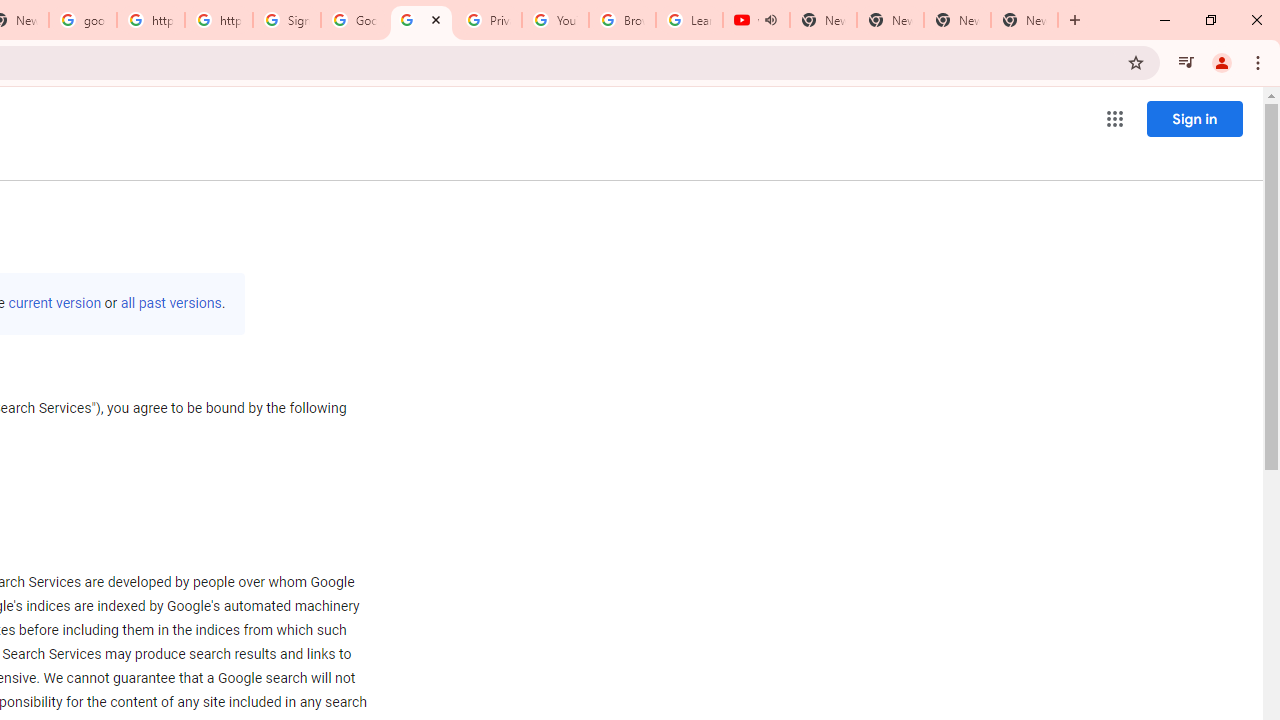 The width and height of the screenshot is (1280, 720). What do you see at coordinates (286, 20) in the screenshot?
I see `'Sign in - Google Accounts'` at bounding box center [286, 20].